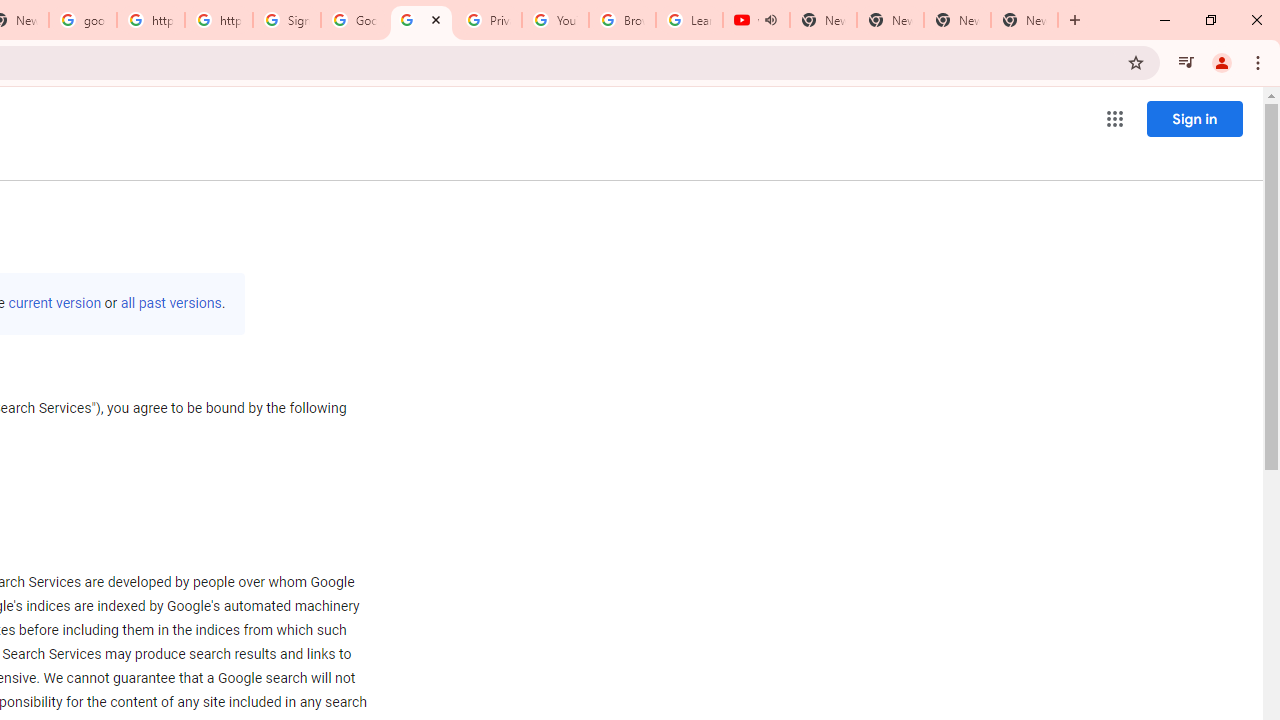 The width and height of the screenshot is (1280, 720). What do you see at coordinates (286, 20) in the screenshot?
I see `'Sign in - Google Accounts'` at bounding box center [286, 20].